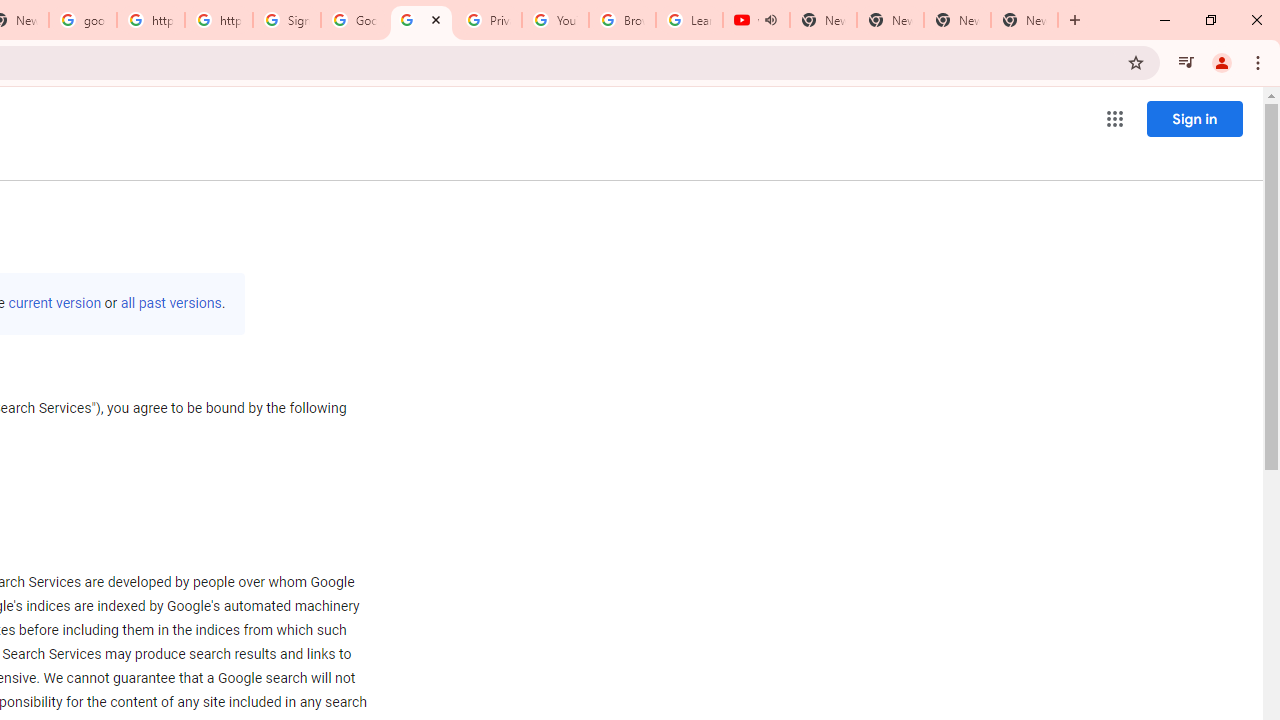 The width and height of the screenshot is (1280, 720). What do you see at coordinates (286, 20) in the screenshot?
I see `'Sign in - Google Accounts'` at bounding box center [286, 20].